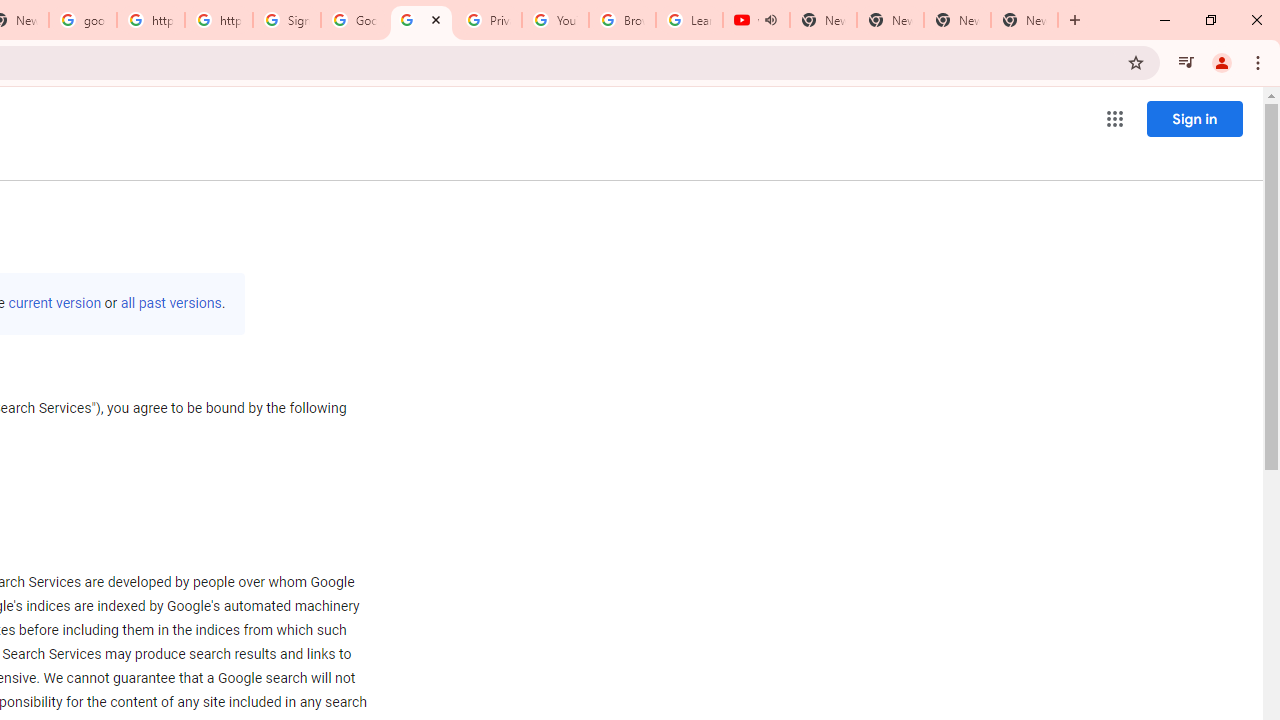 The width and height of the screenshot is (1280, 720). What do you see at coordinates (286, 20) in the screenshot?
I see `'Sign in - Google Accounts'` at bounding box center [286, 20].